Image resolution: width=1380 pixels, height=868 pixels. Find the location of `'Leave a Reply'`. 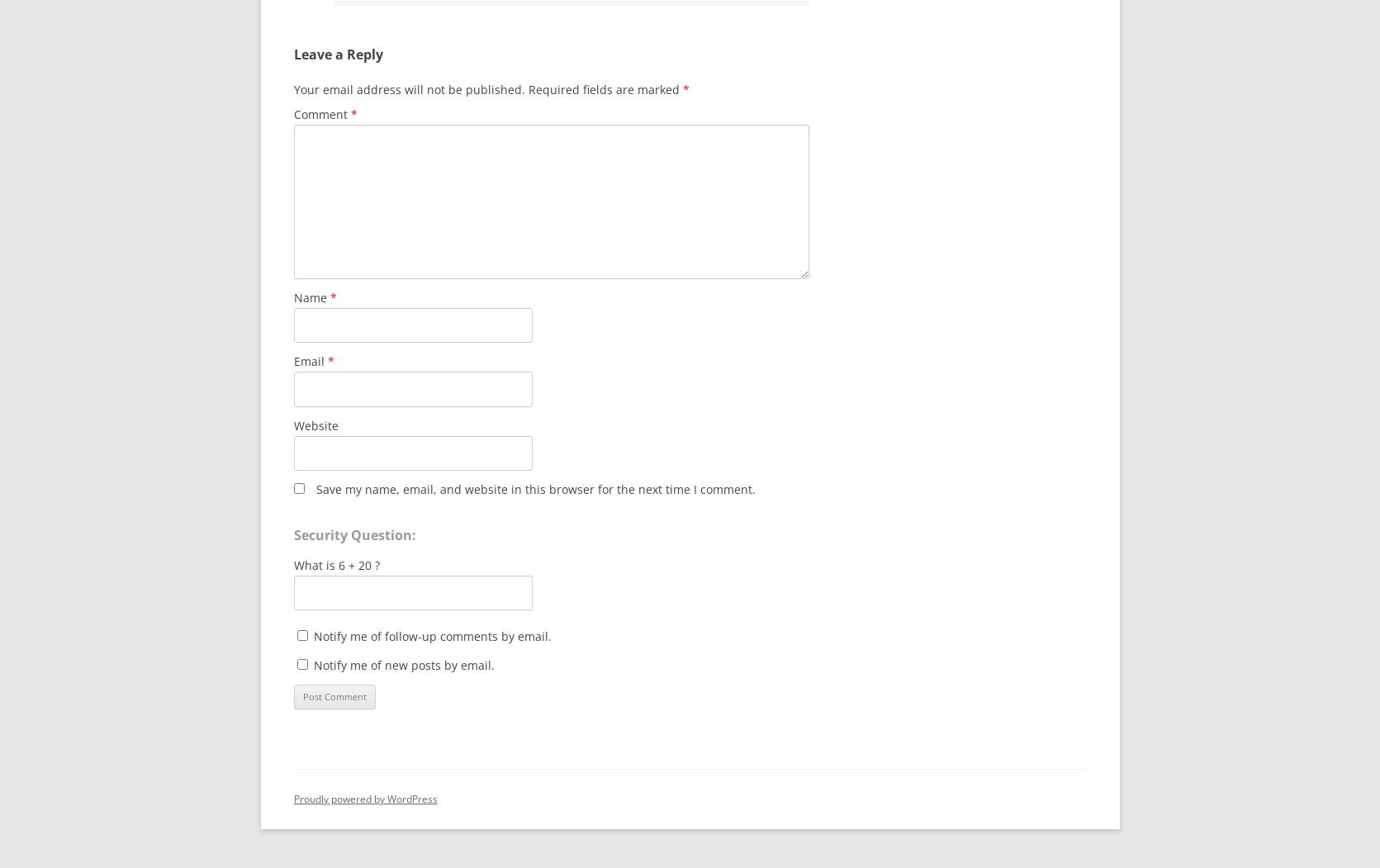

'Leave a Reply' is located at coordinates (338, 54).